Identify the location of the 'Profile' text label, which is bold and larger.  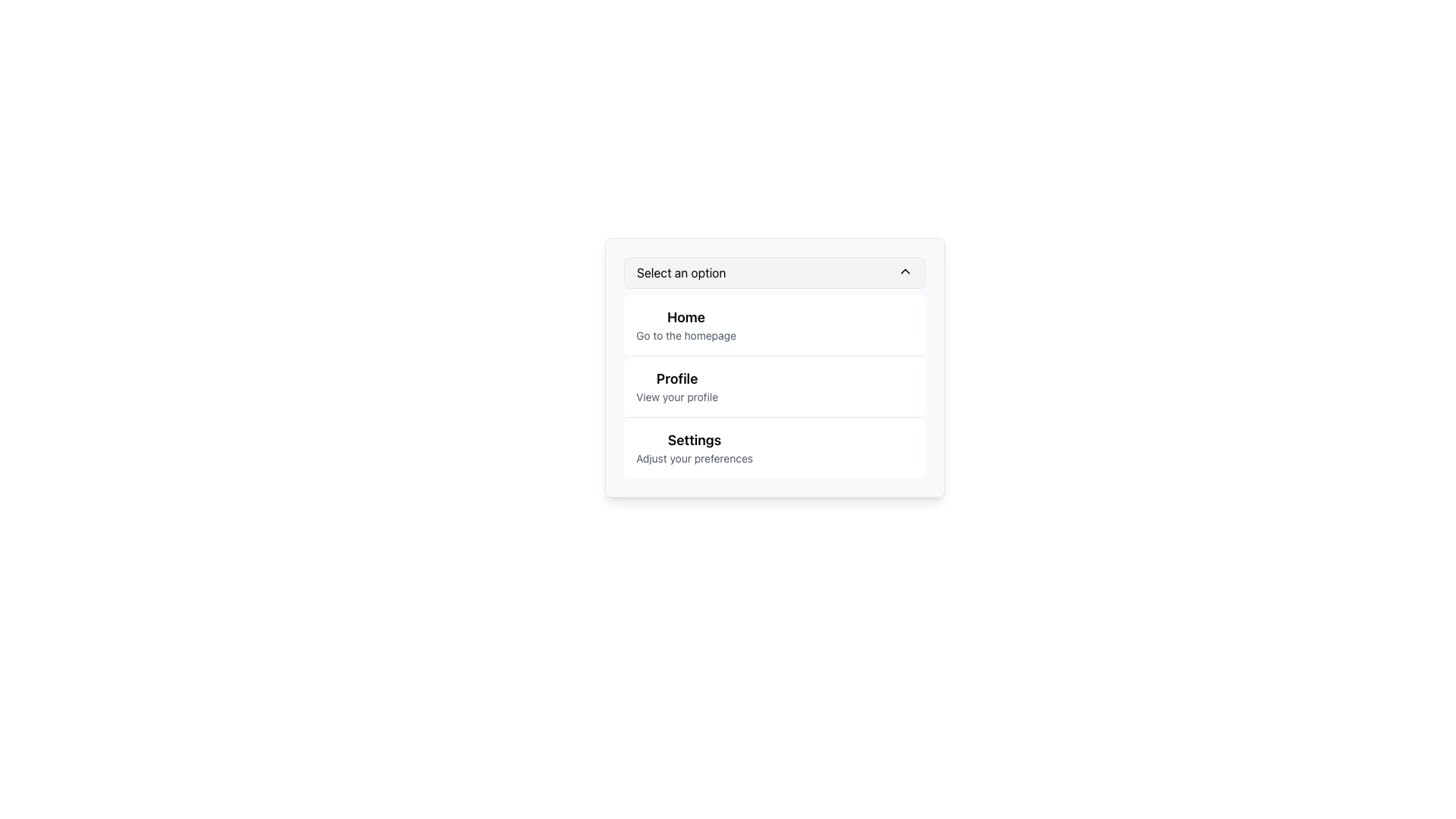
(676, 385).